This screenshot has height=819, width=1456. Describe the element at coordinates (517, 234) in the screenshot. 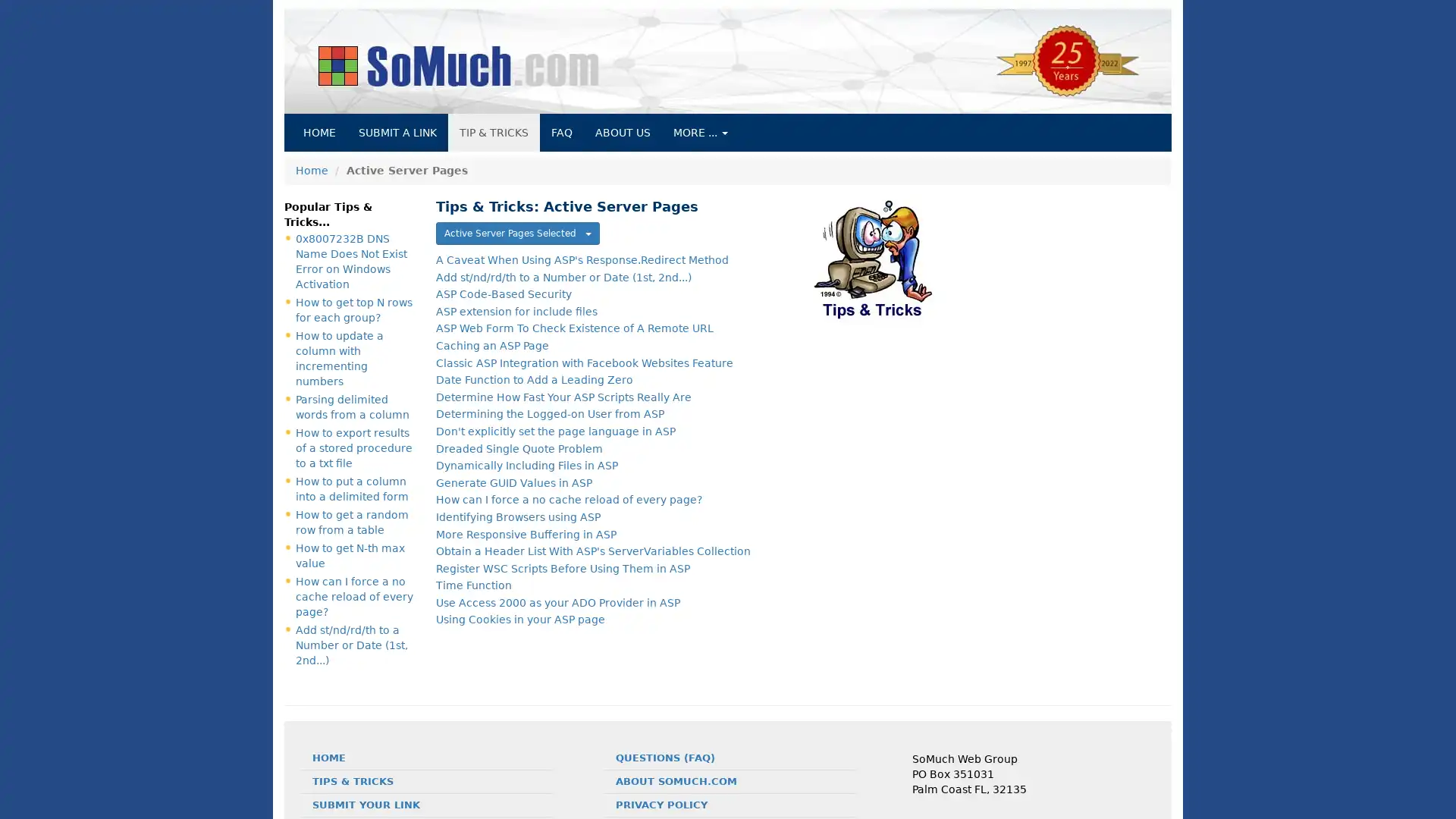

I see `Active Server Pages Selected` at that location.